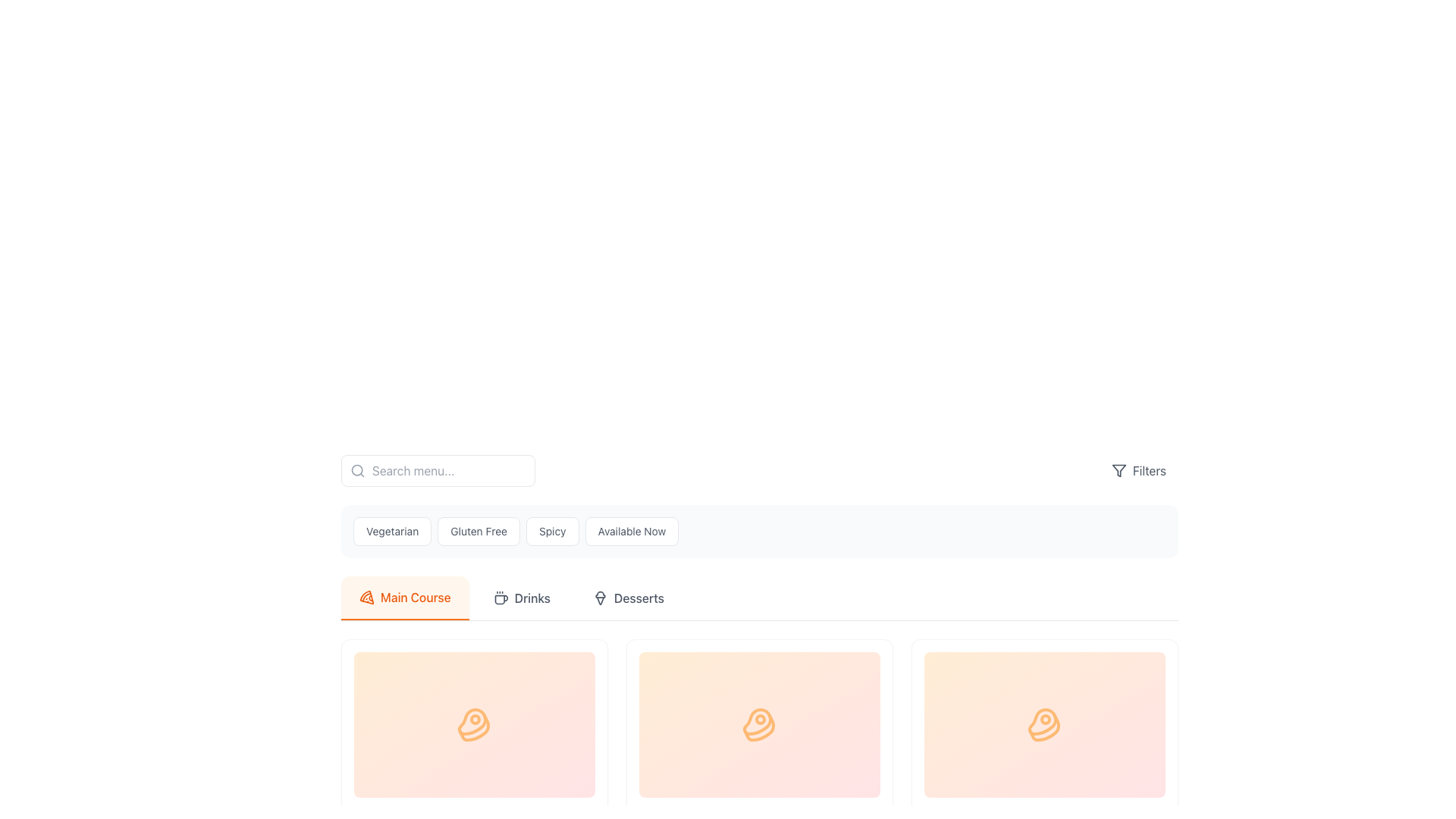 The width and height of the screenshot is (1456, 819). What do you see at coordinates (522, 598) in the screenshot?
I see `the 'Drinks' button, which features a coffee cup icon and is located between the 'Main Course' and 'Desserts' buttons, to switch to the Drinks category` at bounding box center [522, 598].